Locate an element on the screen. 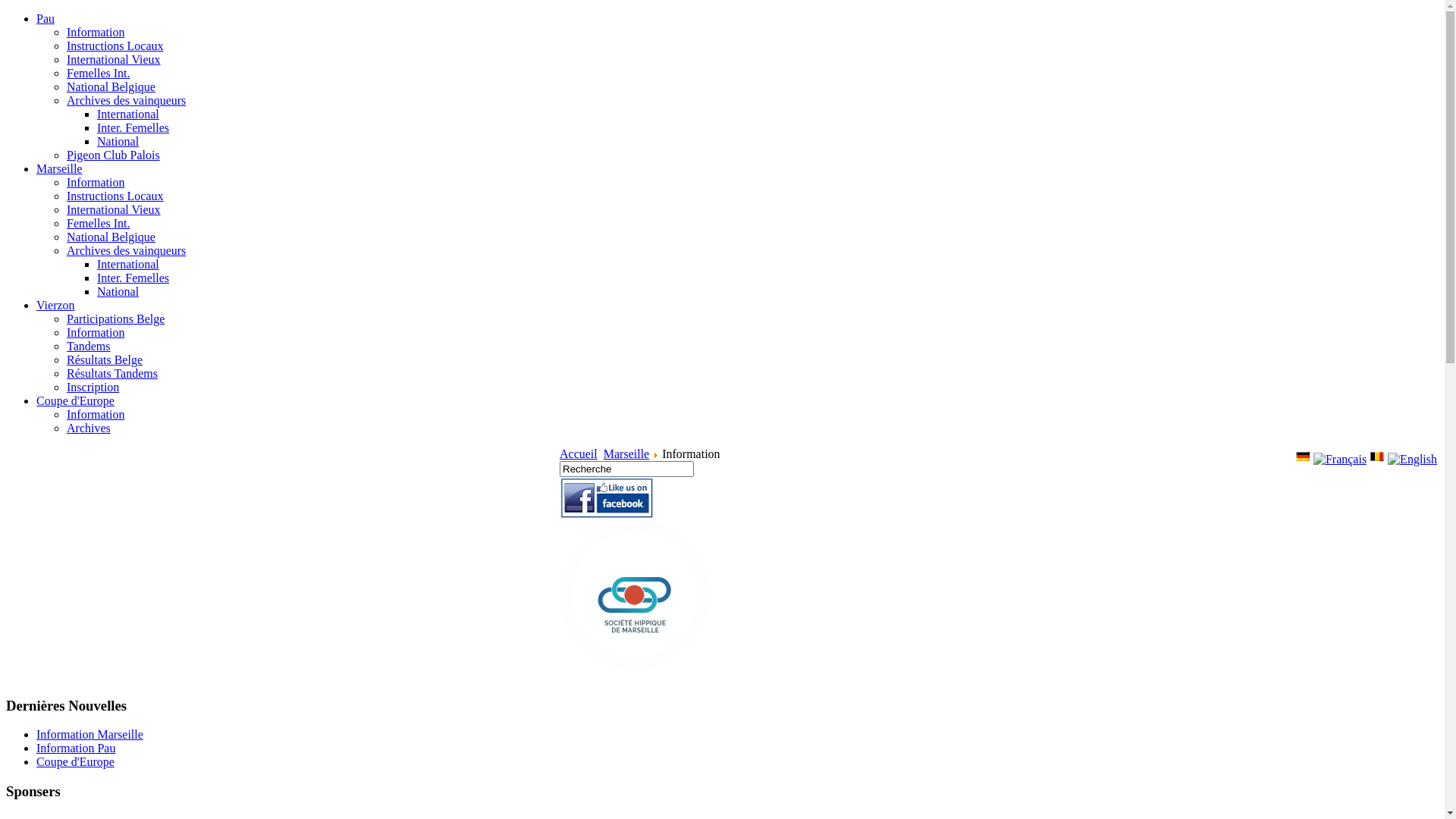 Image resolution: width=1456 pixels, height=819 pixels. 'Nederlands' is located at coordinates (1369, 455).